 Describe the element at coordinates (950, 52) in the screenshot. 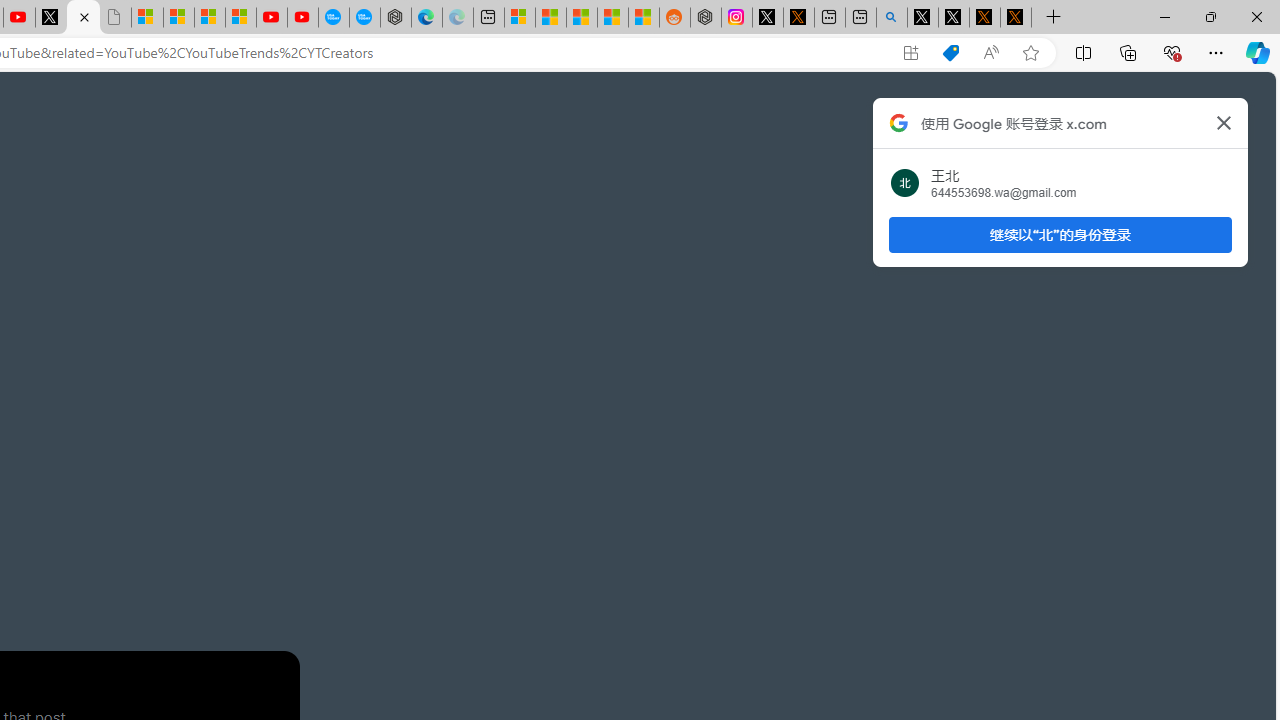

I see `'Shopping in Microsoft Edge'` at that location.